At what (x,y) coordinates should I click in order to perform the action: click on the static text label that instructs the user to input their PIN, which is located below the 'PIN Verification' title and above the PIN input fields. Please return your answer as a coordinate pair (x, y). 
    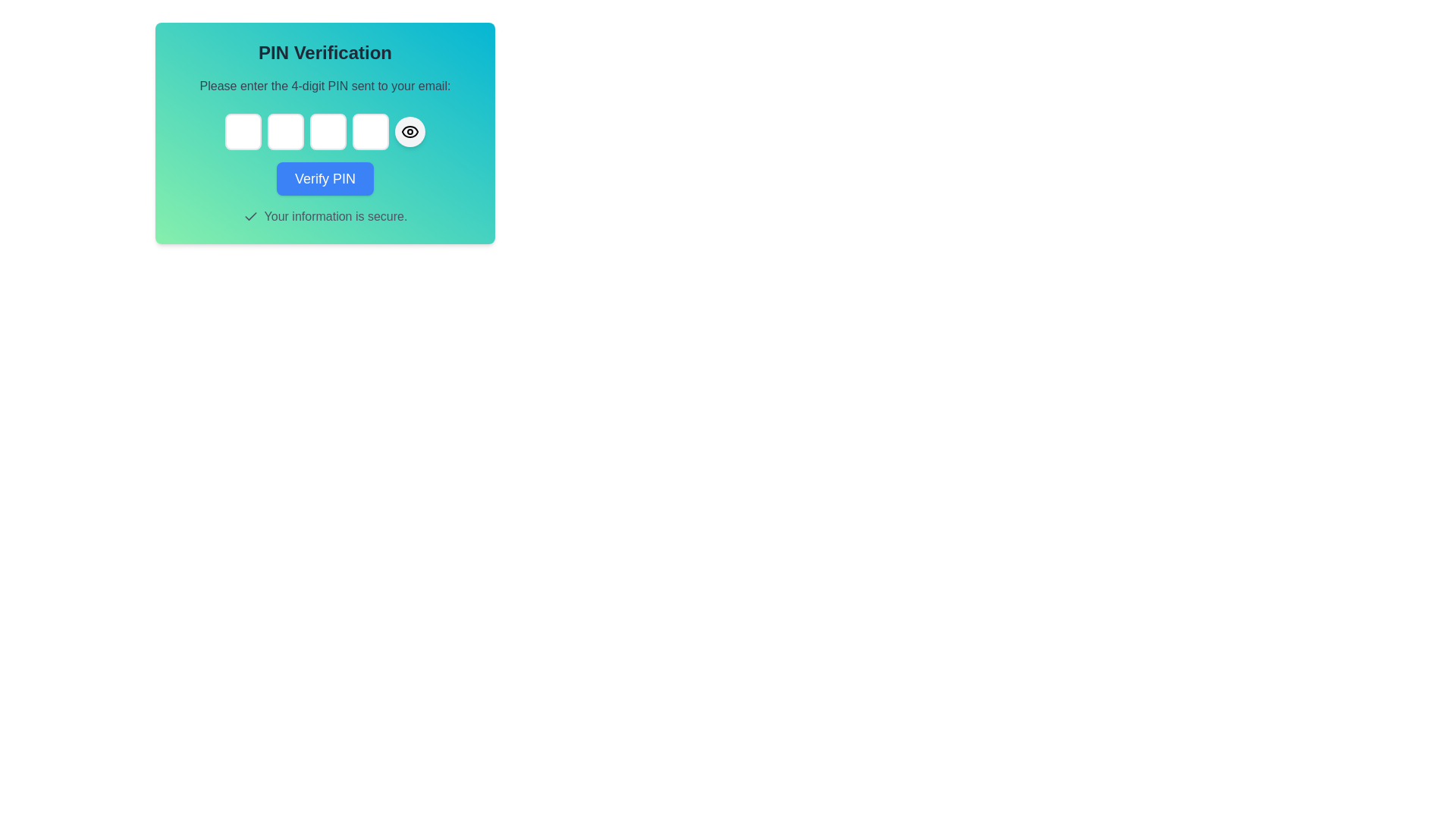
    Looking at the image, I should click on (324, 86).